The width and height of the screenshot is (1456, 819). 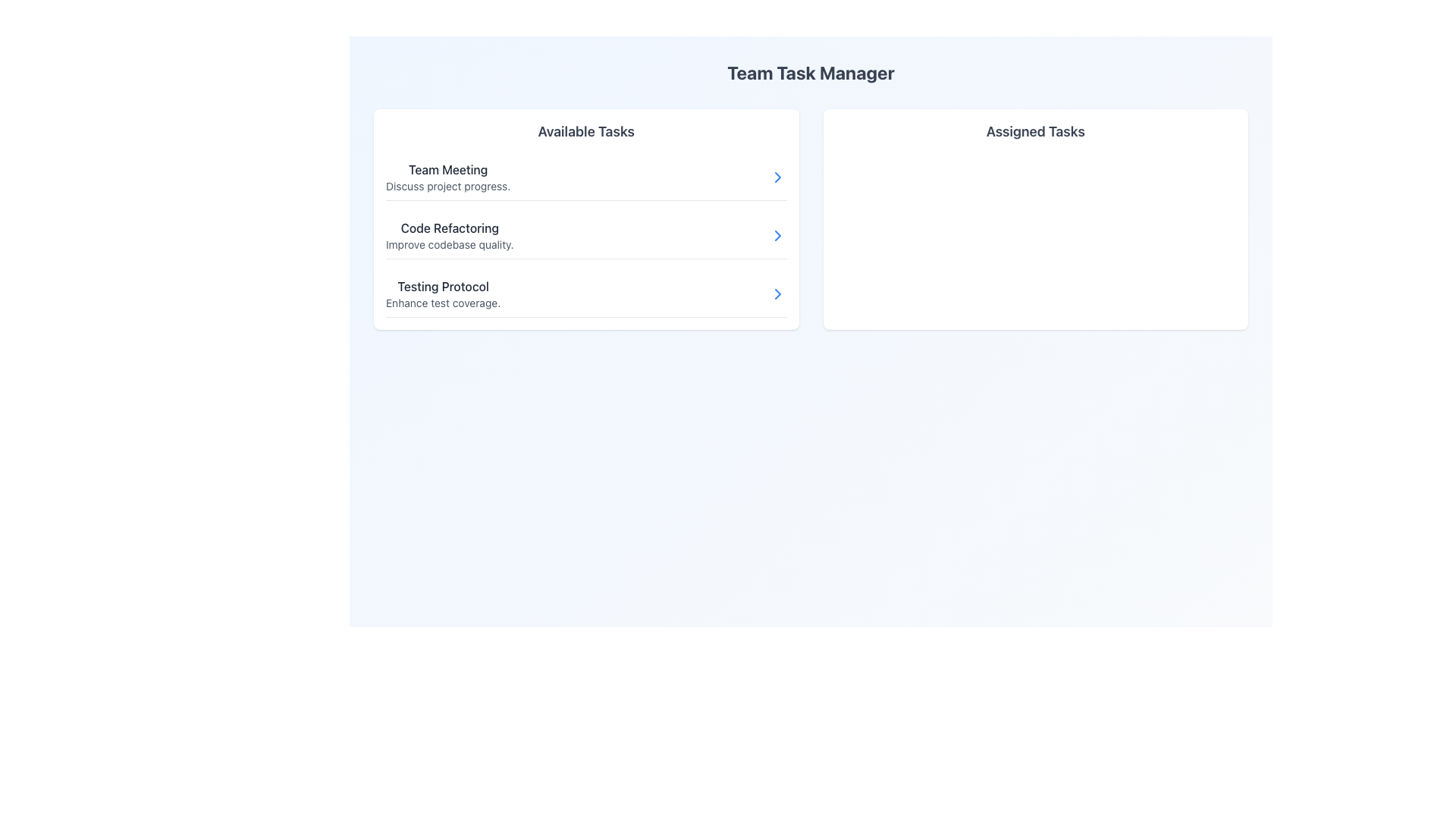 I want to click on the third list item under 'Available Tasks', so click(x=585, y=294).